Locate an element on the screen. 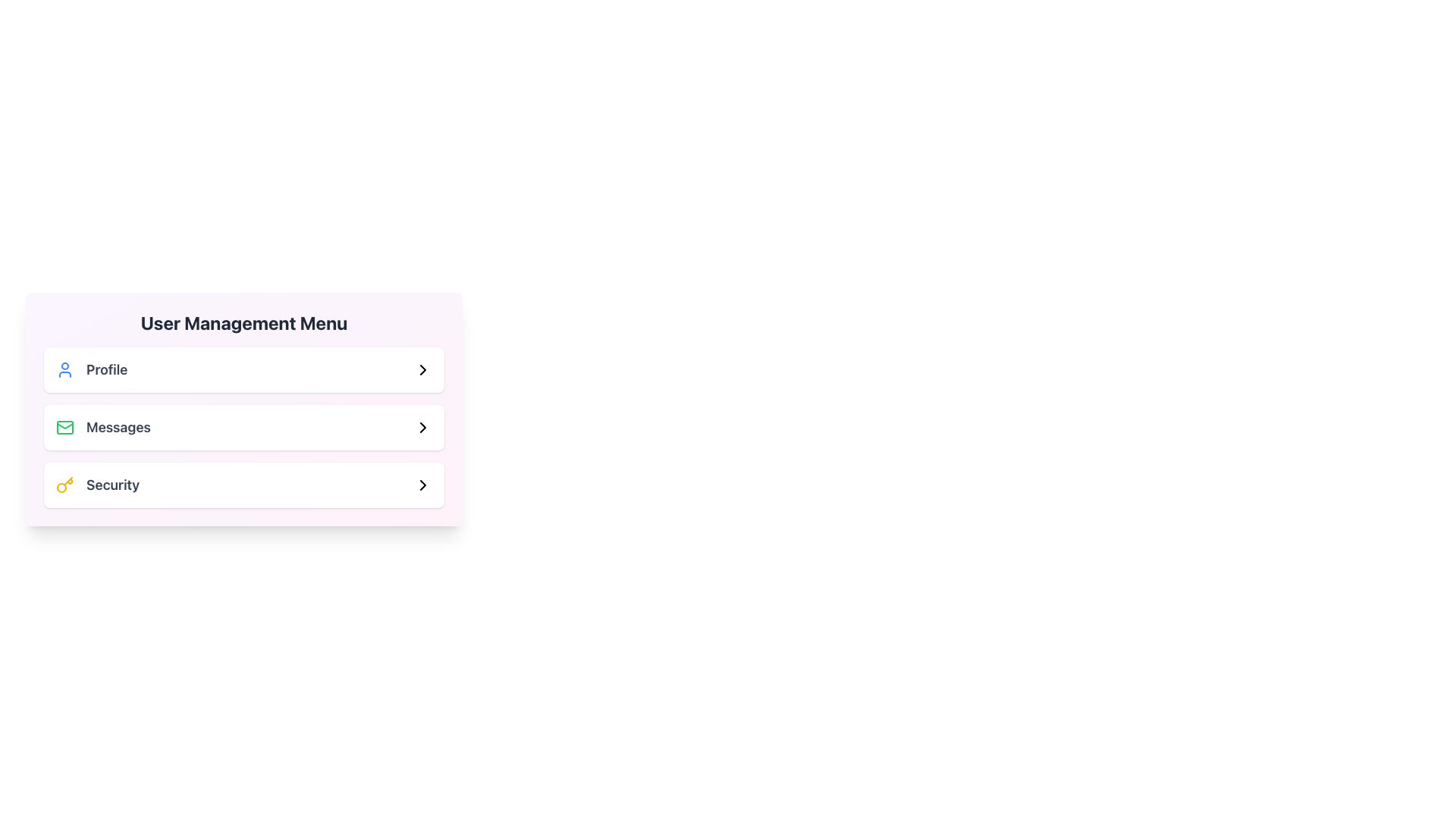 This screenshot has height=819, width=1456. text label element displaying 'Messages', which is the second item in the User Management Menu, for identification is located at coordinates (118, 427).